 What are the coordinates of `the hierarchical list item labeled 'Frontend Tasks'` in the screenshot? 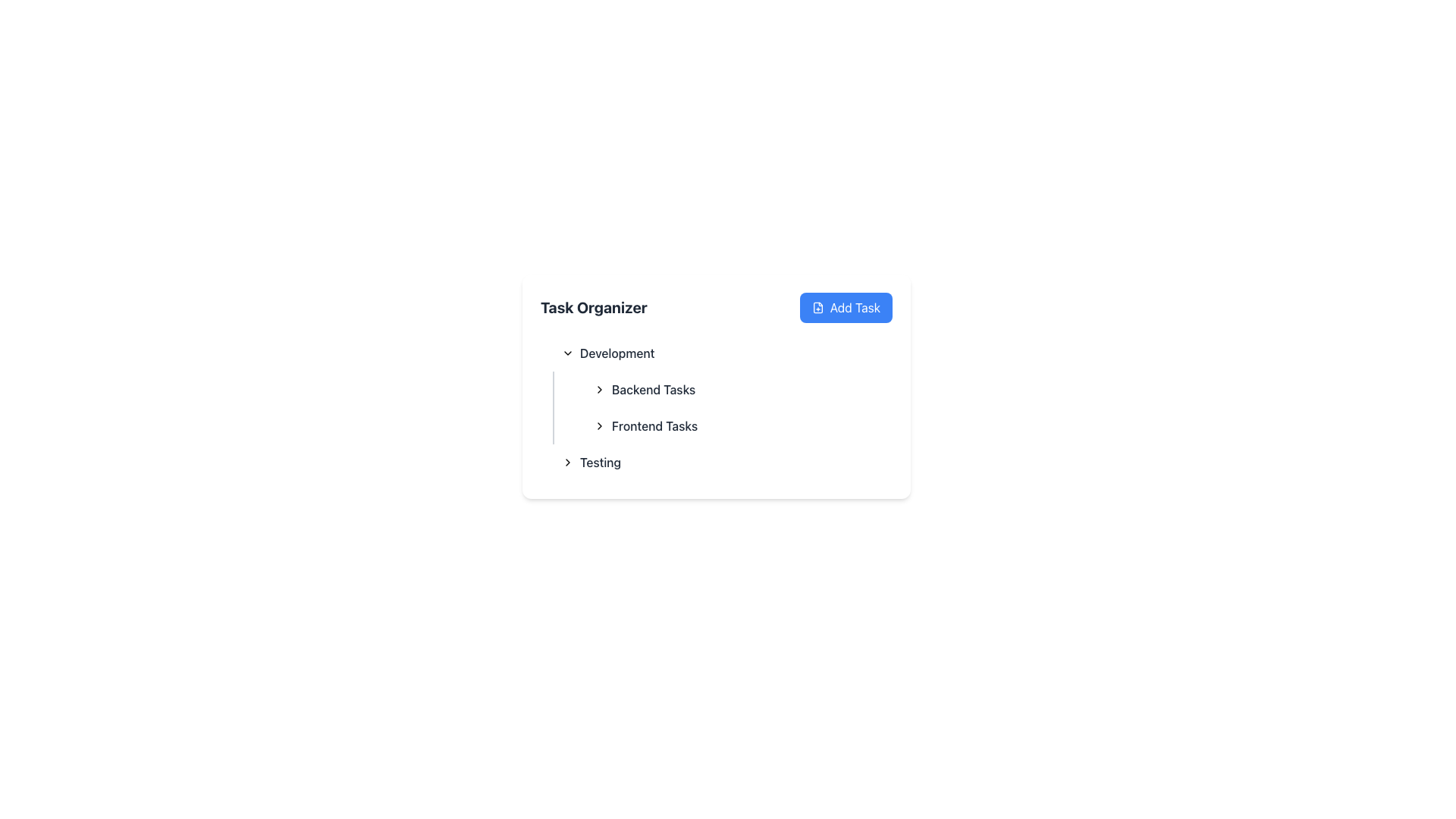 It's located at (645, 426).